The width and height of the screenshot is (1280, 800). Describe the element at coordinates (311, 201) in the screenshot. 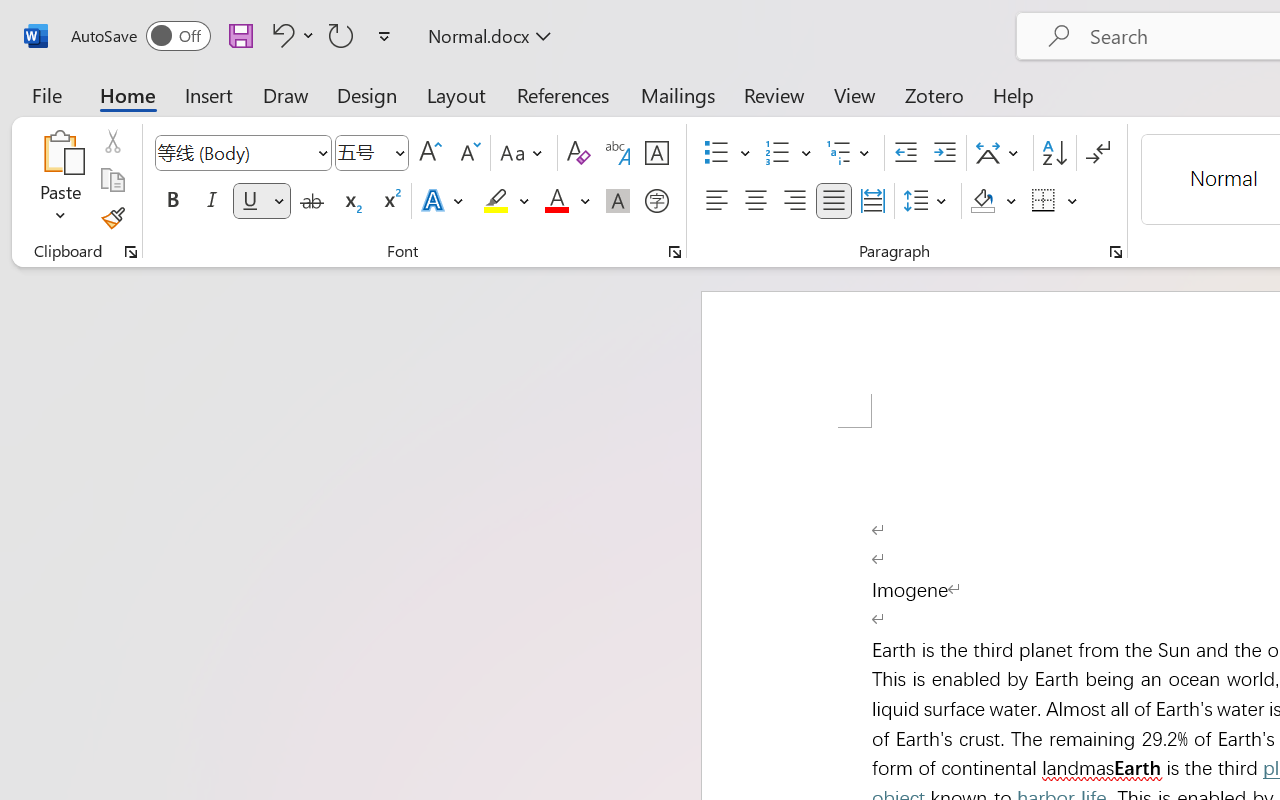

I see `'Strikethrough'` at that location.